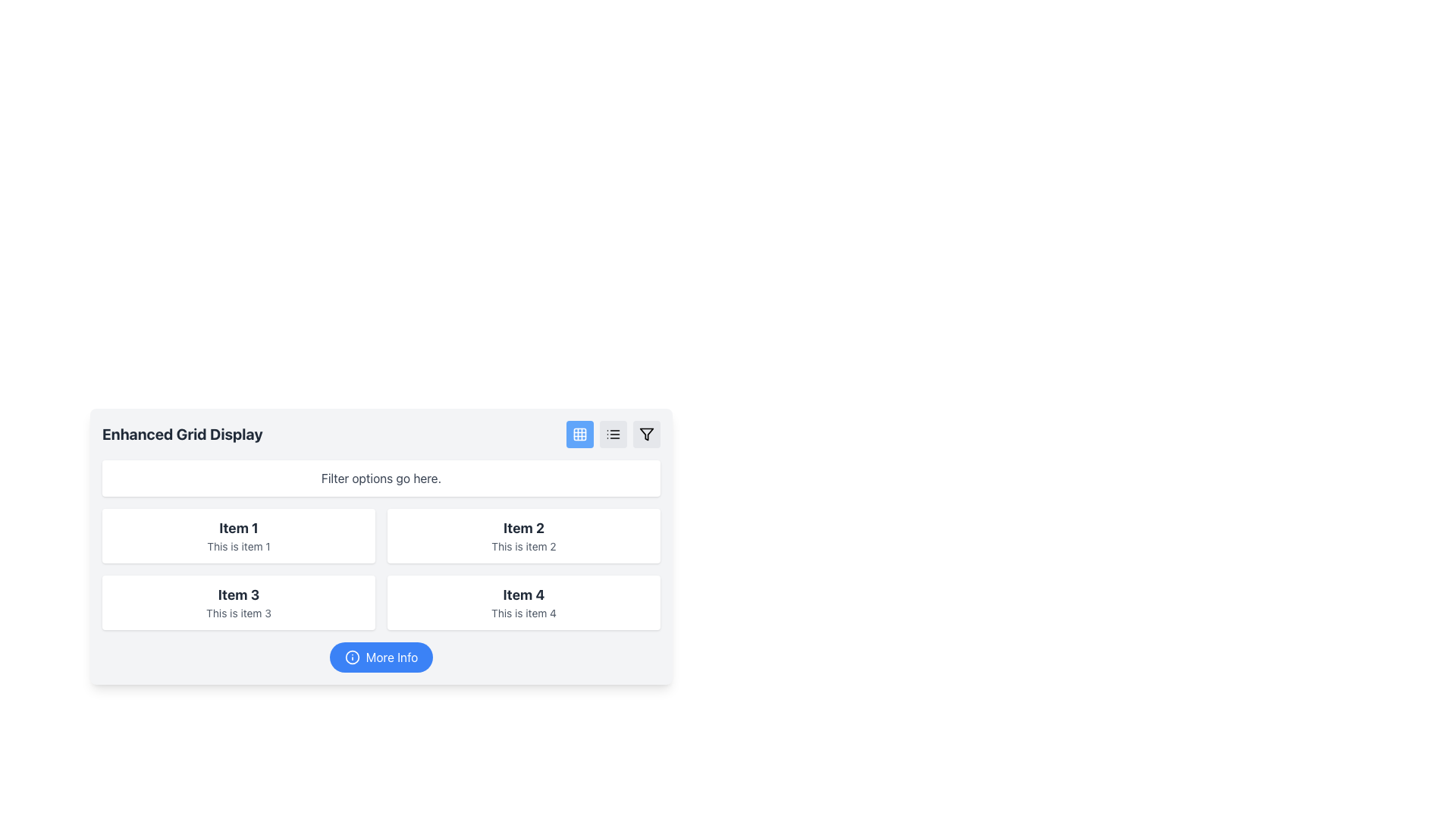 The width and height of the screenshot is (1456, 819). Describe the element at coordinates (524, 613) in the screenshot. I see `the Text Label that reads 'This is item 4', styled with small, gray text, located below the title 'Item 4' in the lower right corner of the four-box grid layout` at that location.